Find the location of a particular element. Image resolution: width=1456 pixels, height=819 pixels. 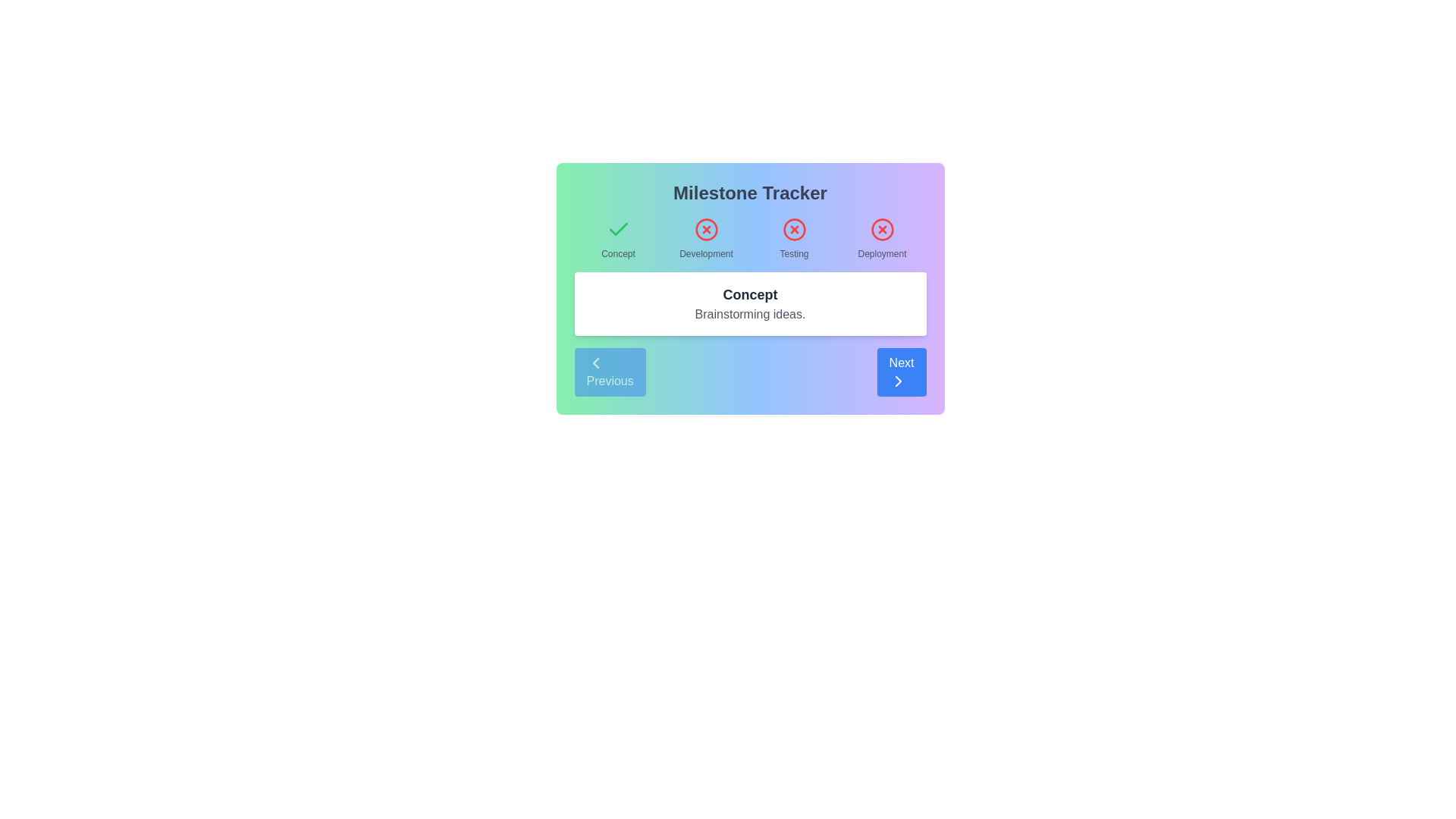

text header labeled 'Milestone Tracker', which is styled with bold, large font and centered alignment, located at the top center of the gradient background interface is located at coordinates (750, 192).